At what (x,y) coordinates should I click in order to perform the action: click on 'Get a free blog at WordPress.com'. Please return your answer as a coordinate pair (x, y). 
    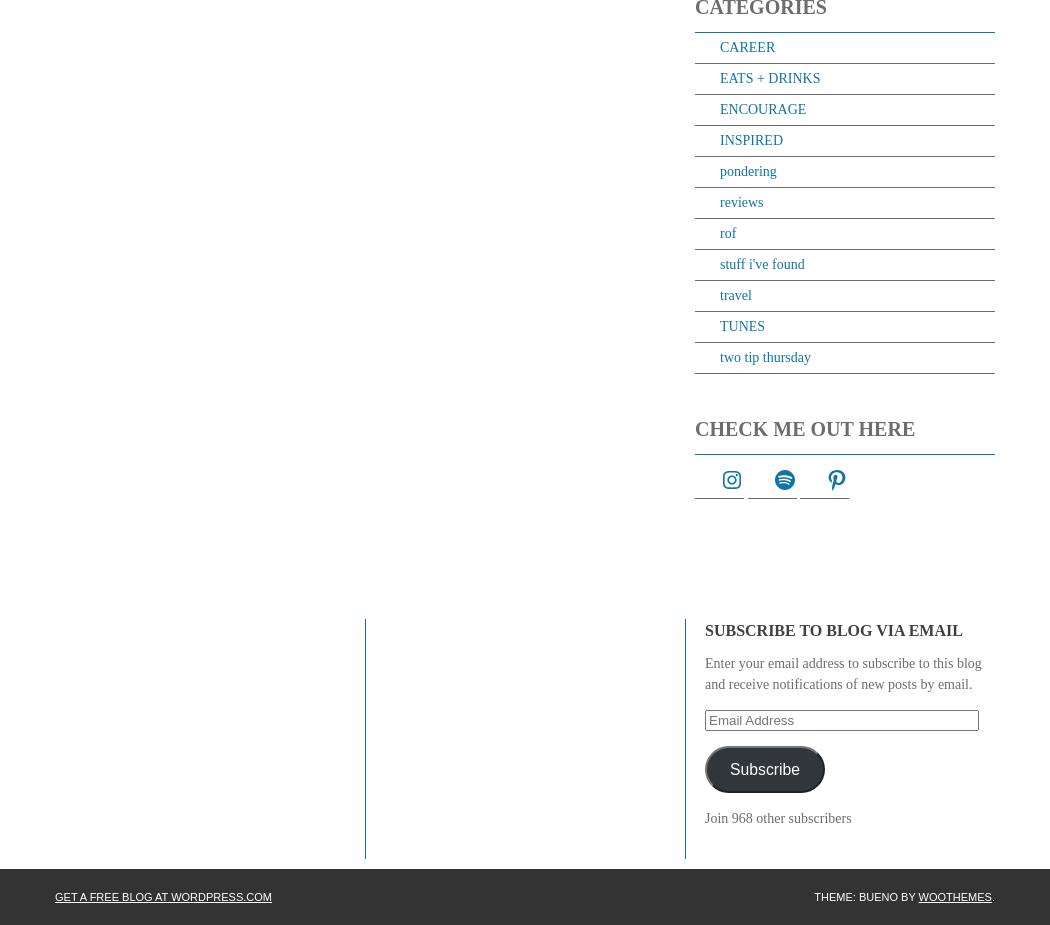
    Looking at the image, I should click on (163, 896).